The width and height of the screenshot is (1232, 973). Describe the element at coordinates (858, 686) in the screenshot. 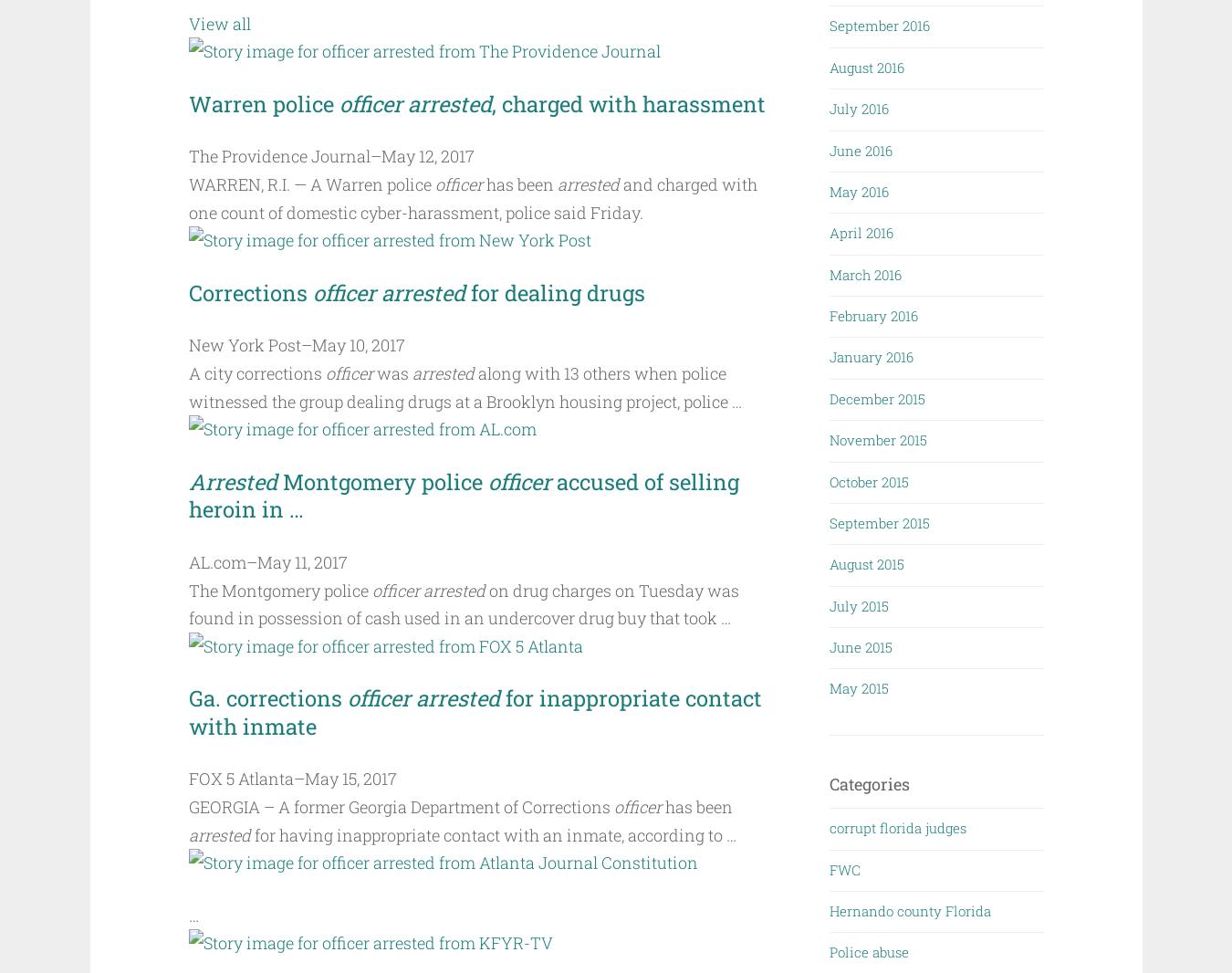

I see `'May 2015'` at that location.